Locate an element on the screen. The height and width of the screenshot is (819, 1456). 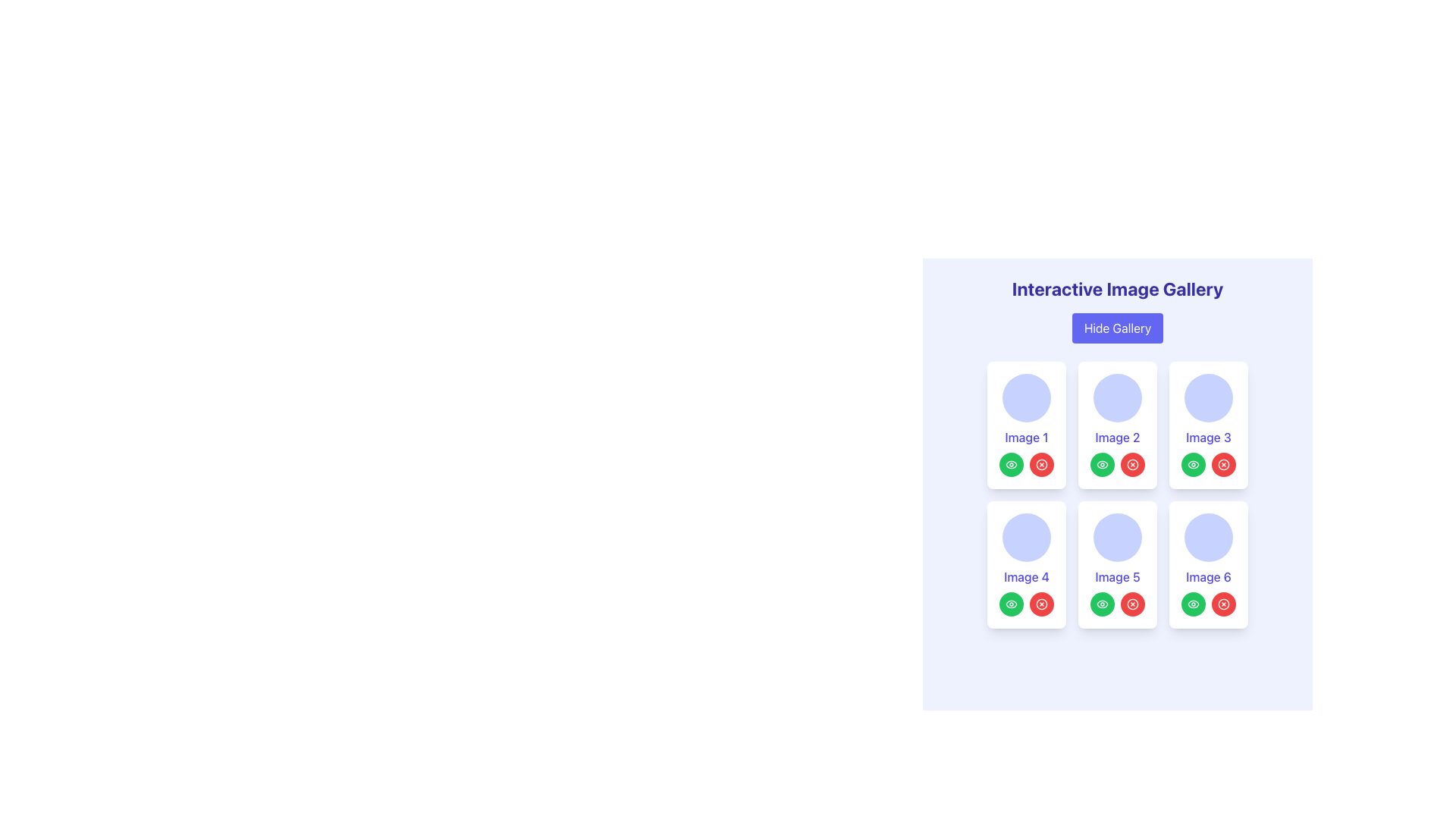
the close or delete button located within the image card, positioned to the right of the green visibility icon is located at coordinates (1040, 604).